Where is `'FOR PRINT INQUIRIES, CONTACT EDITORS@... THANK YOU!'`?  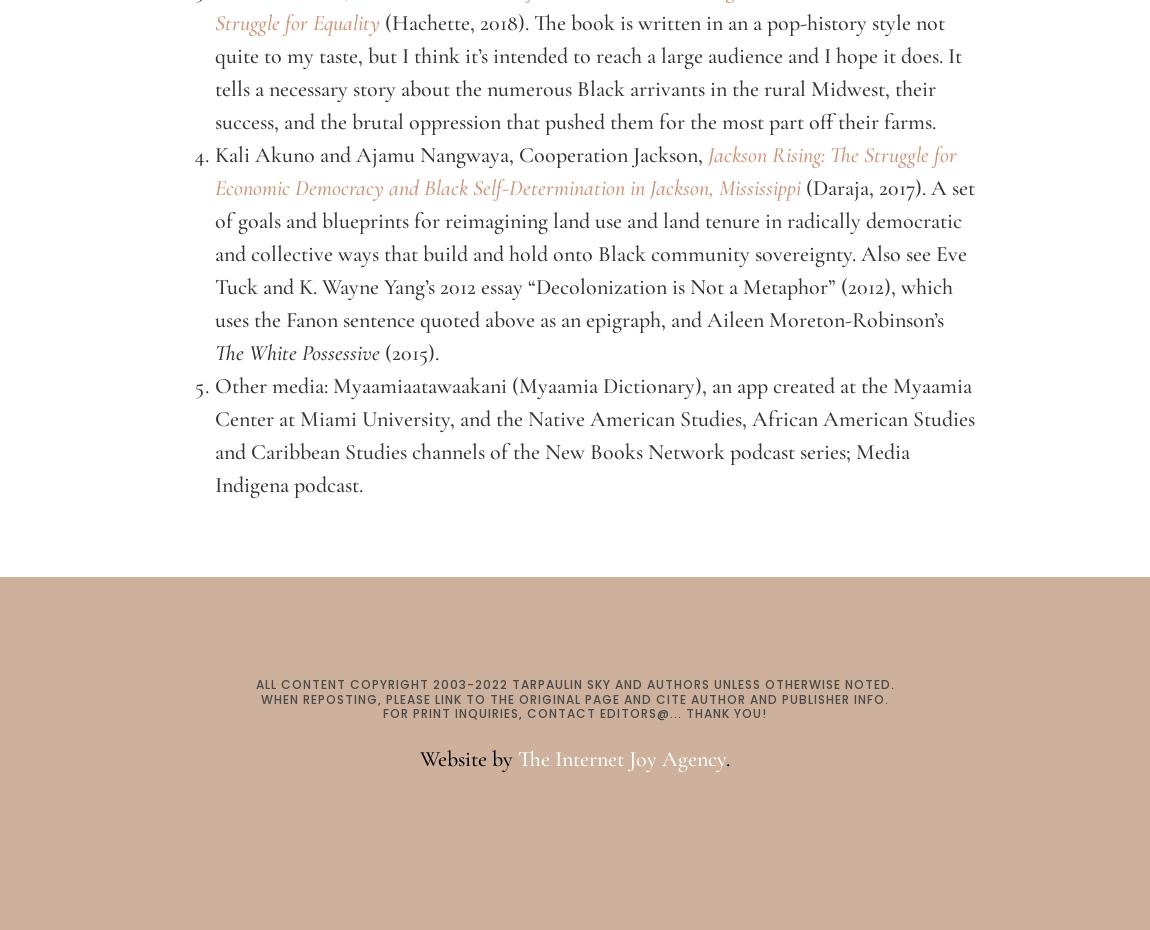
'FOR PRINT INQUIRIES, CONTACT EDITORS@... THANK YOU!' is located at coordinates (575, 713).